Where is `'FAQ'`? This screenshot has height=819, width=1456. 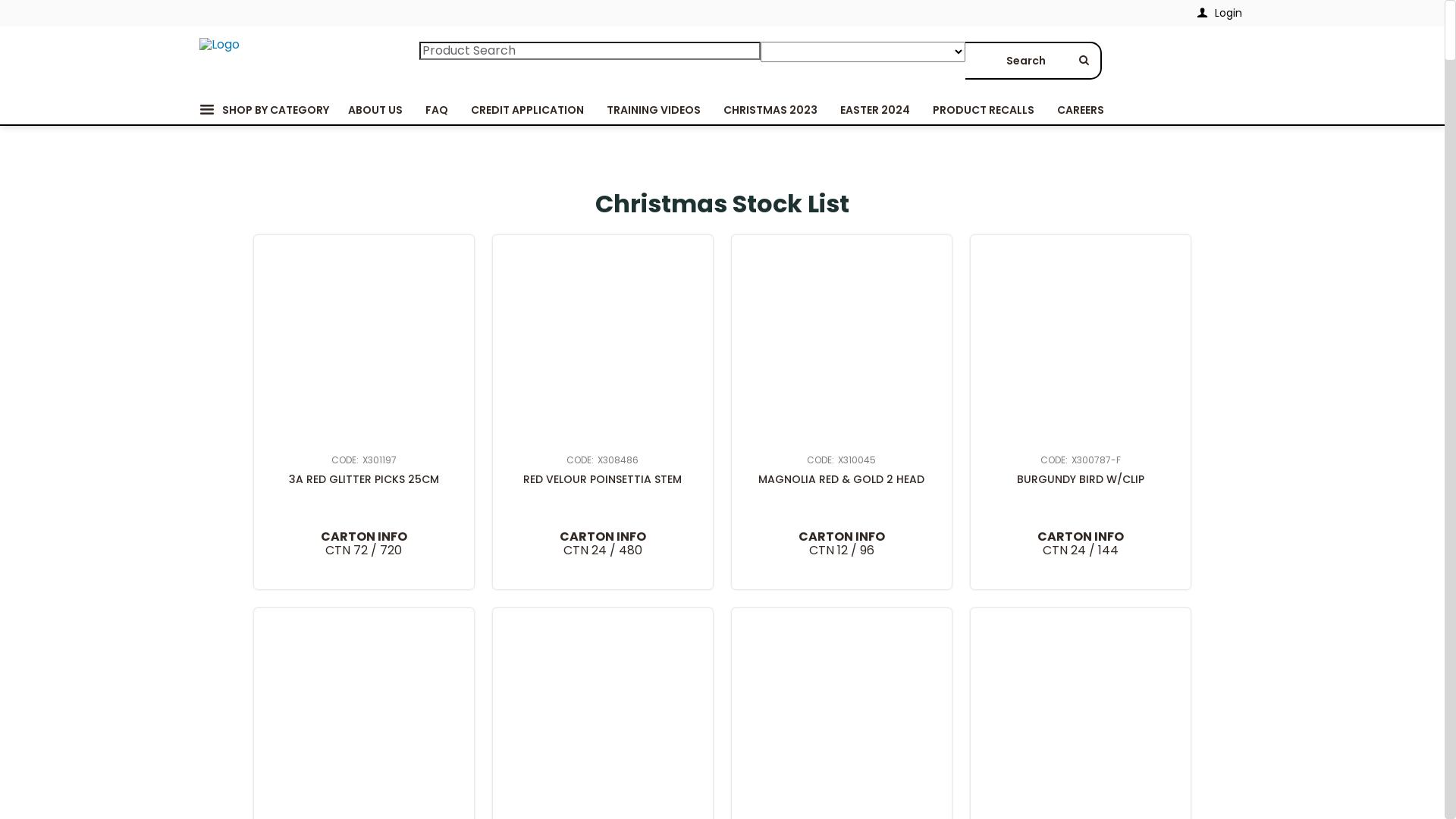
'FAQ' is located at coordinates (436, 109).